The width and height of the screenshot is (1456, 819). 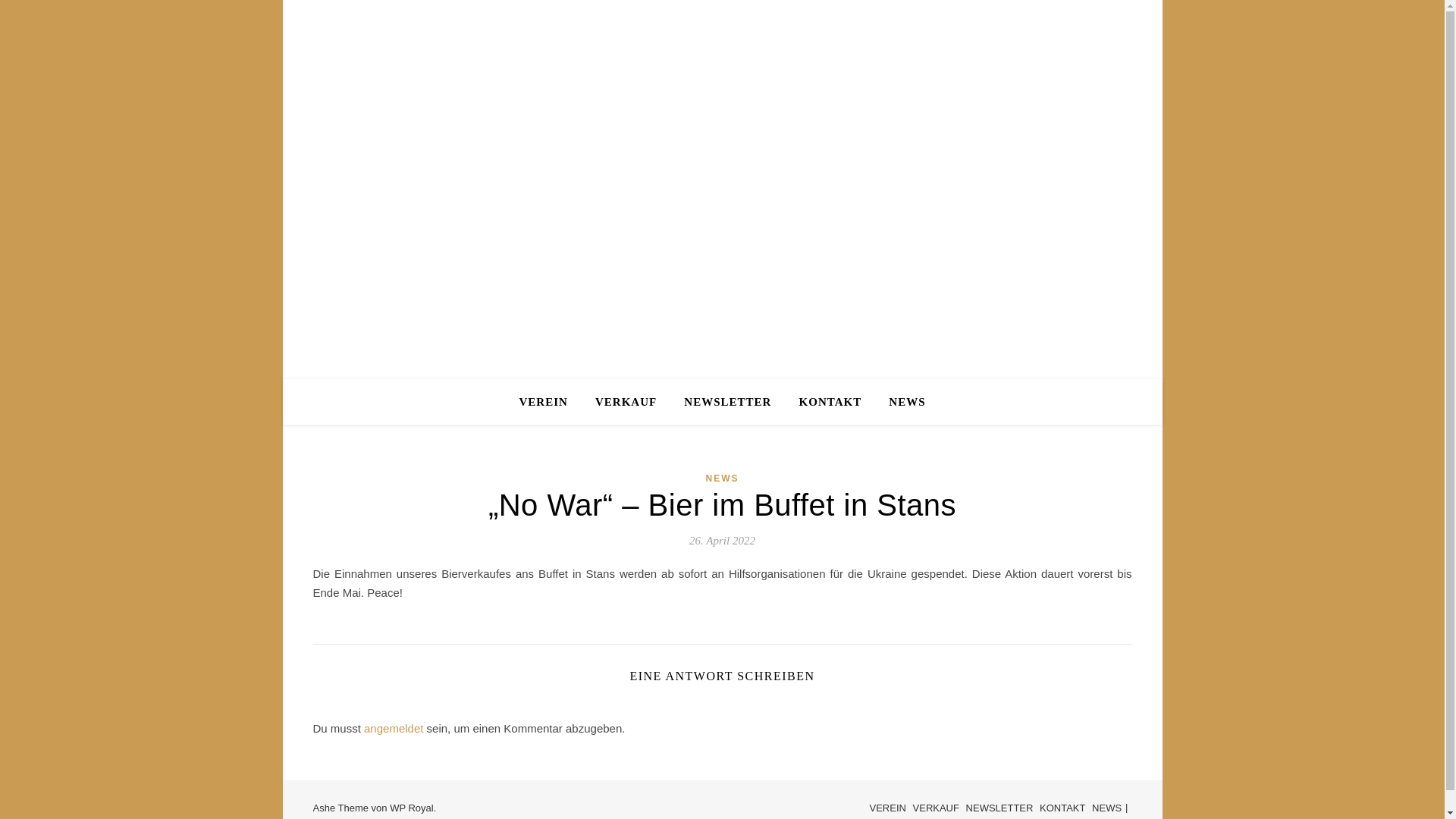 What do you see at coordinates (1039, 807) in the screenshot?
I see `'KONTAKT'` at bounding box center [1039, 807].